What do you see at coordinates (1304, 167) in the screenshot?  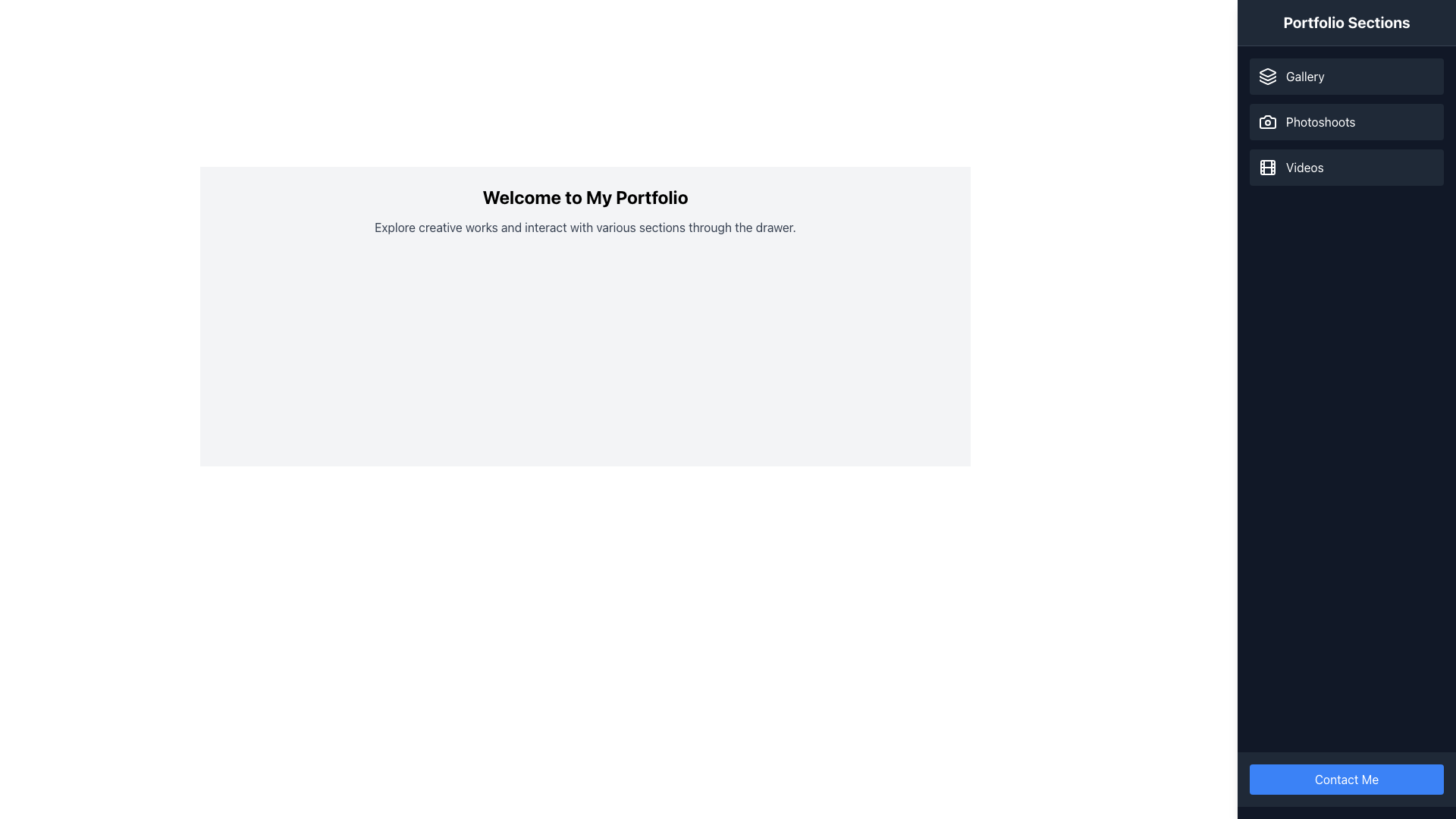 I see `the 'Videos' text label in the sidebar navigation menu, which is styled in light-colored text on a dark background and is the third item below 'Photoshoots'` at bounding box center [1304, 167].